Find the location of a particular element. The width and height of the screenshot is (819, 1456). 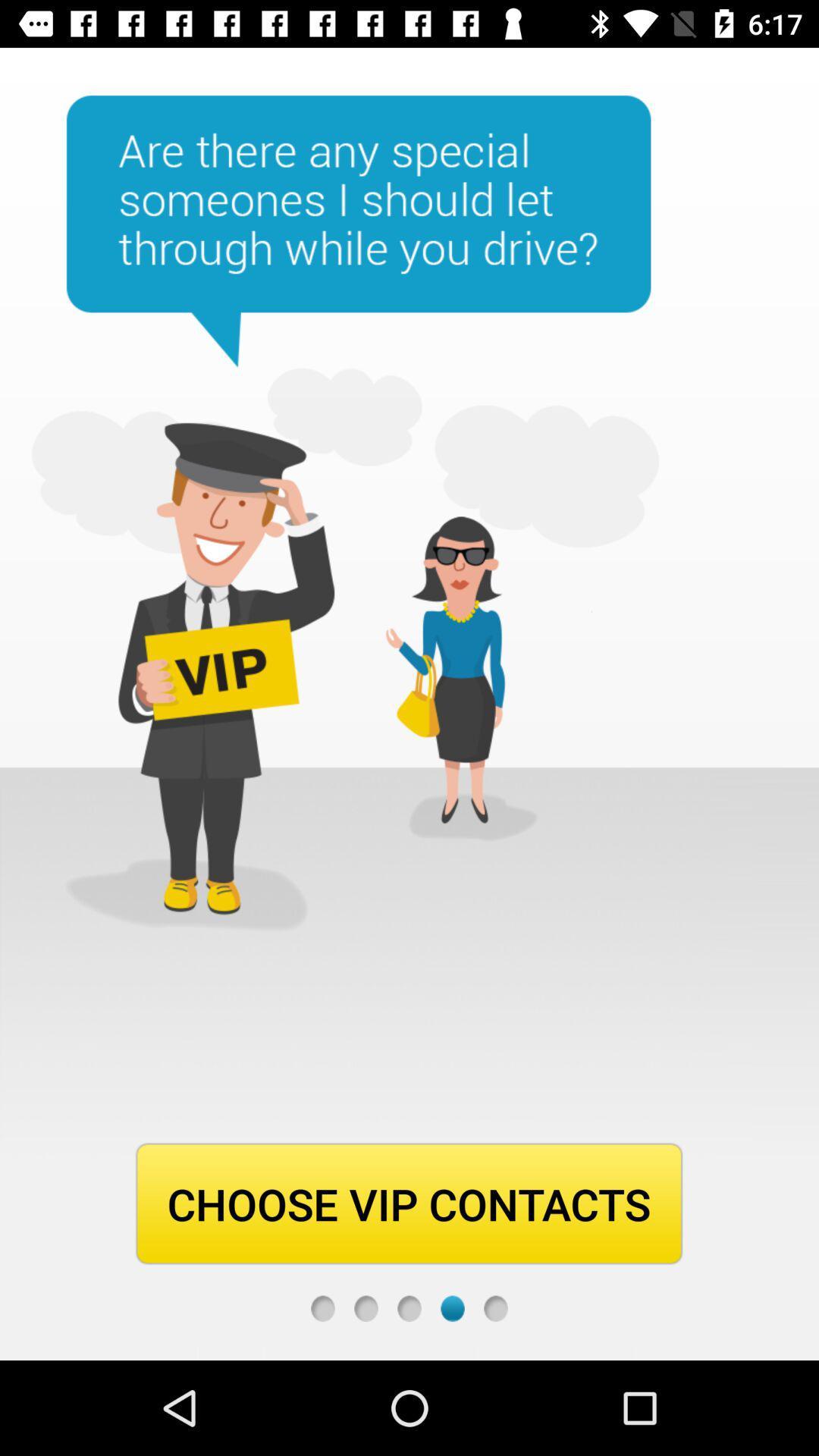

this is the actual card showed from a total of 5 is located at coordinates (452, 1307).